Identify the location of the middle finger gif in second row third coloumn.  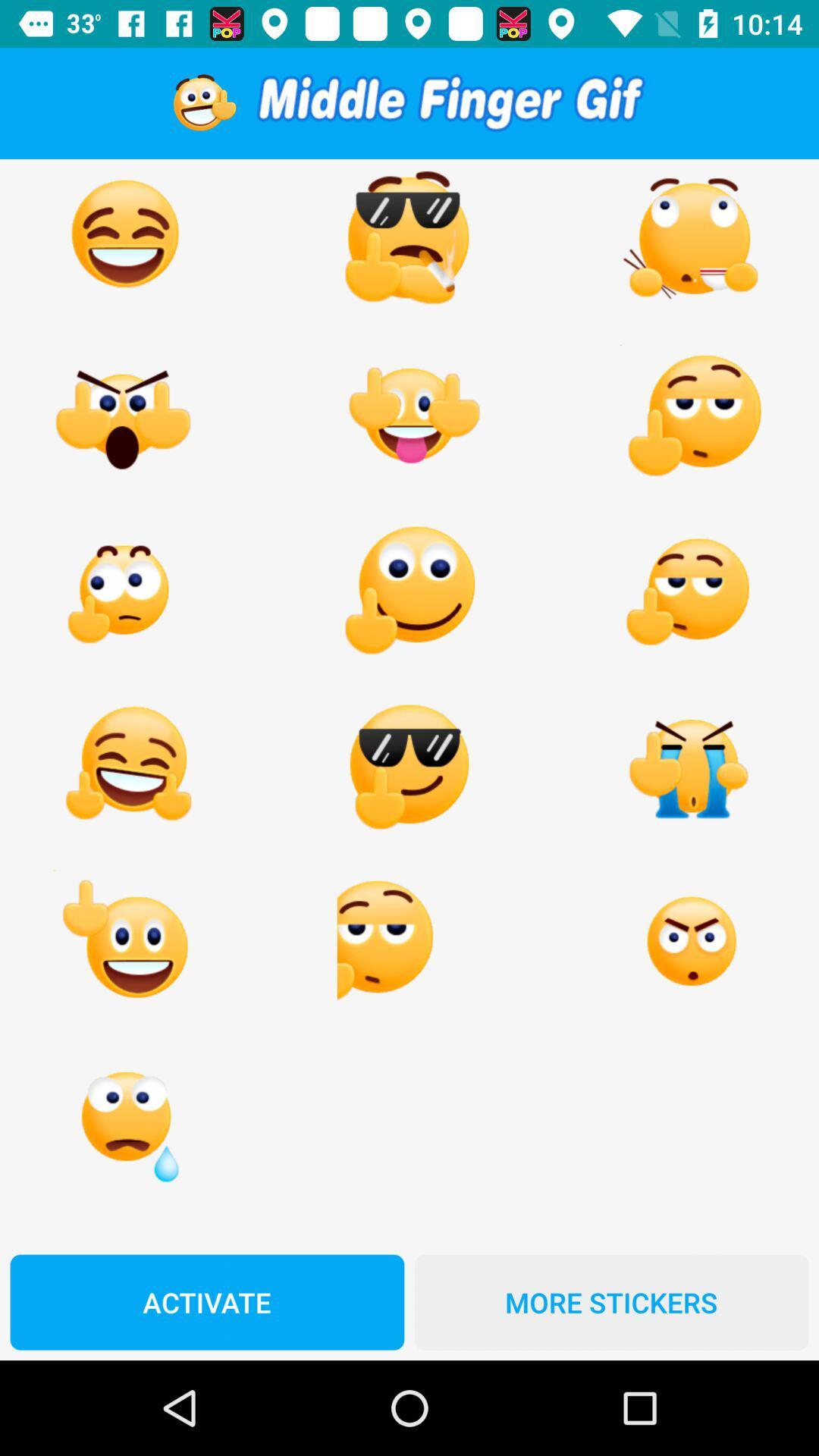
(692, 416).